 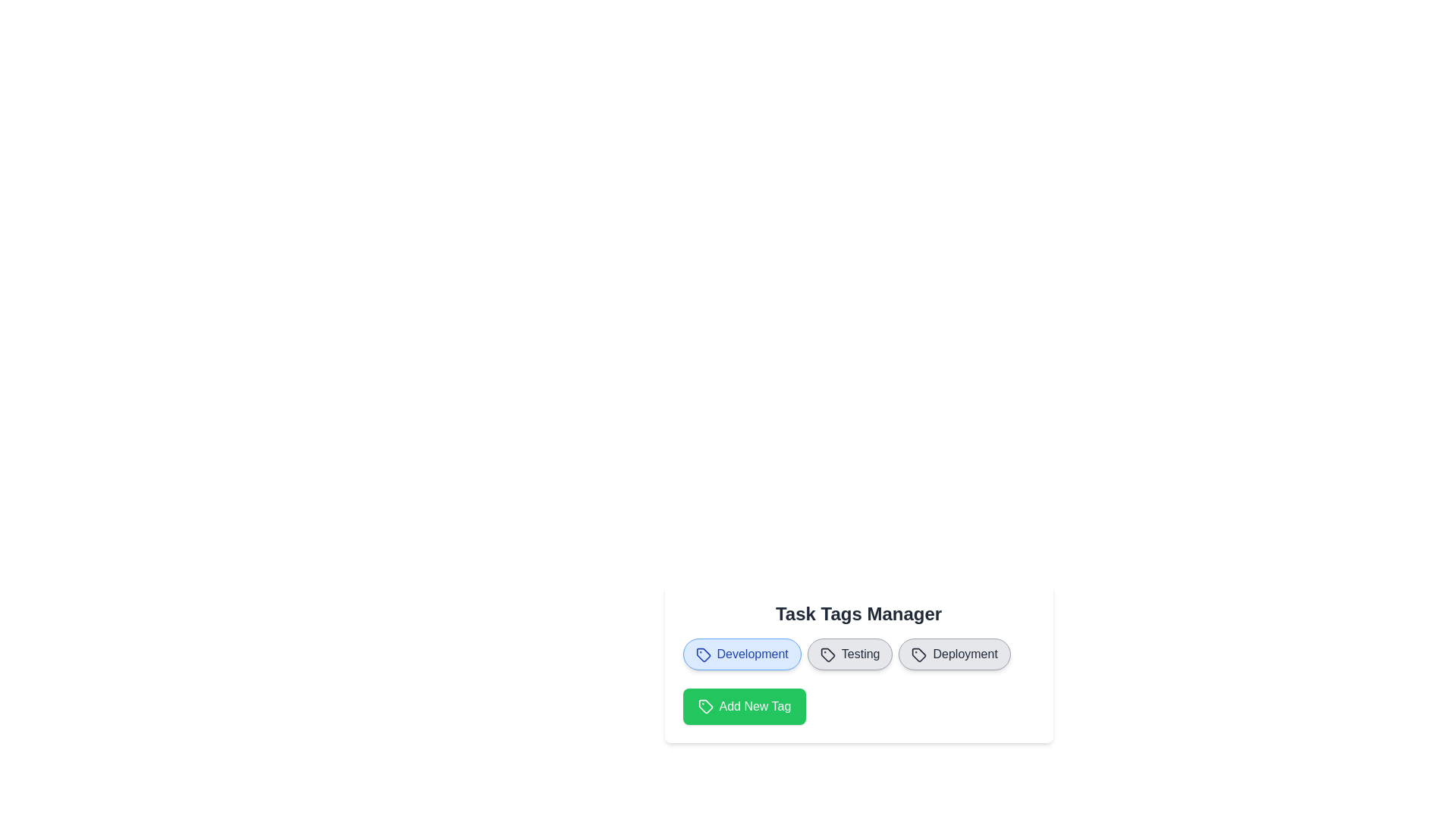 What do you see at coordinates (827, 654) in the screenshot?
I see `the graphical tag icon outlined in black with a diagonal line, positioned within the 'Testing' section of the 'Task Tags Manager', to interact with it` at bounding box center [827, 654].